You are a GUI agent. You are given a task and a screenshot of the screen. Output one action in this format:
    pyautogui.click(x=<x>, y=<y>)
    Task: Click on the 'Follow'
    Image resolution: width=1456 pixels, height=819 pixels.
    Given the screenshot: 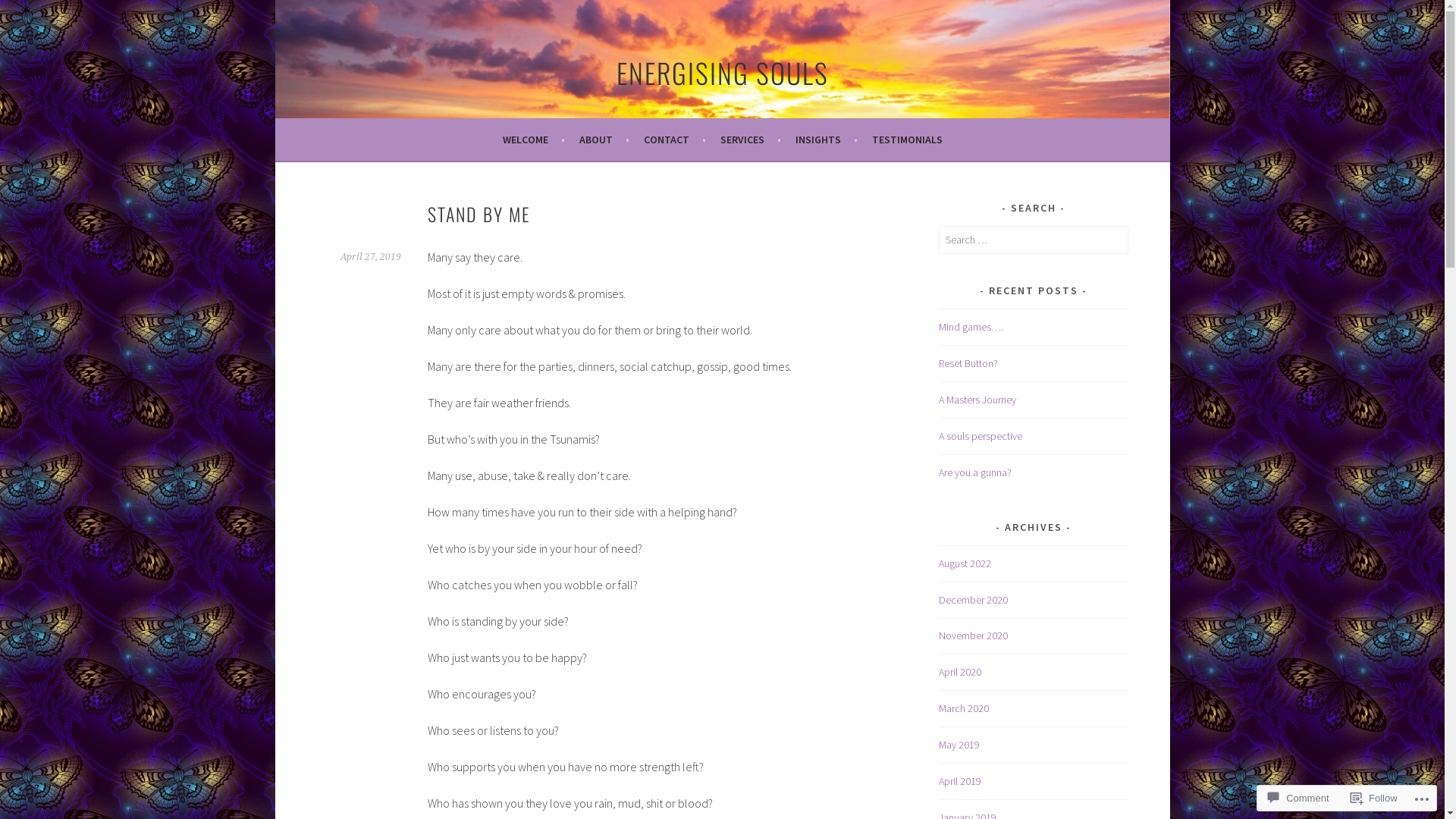 What is the action you would take?
    pyautogui.click(x=1374, y=797)
    